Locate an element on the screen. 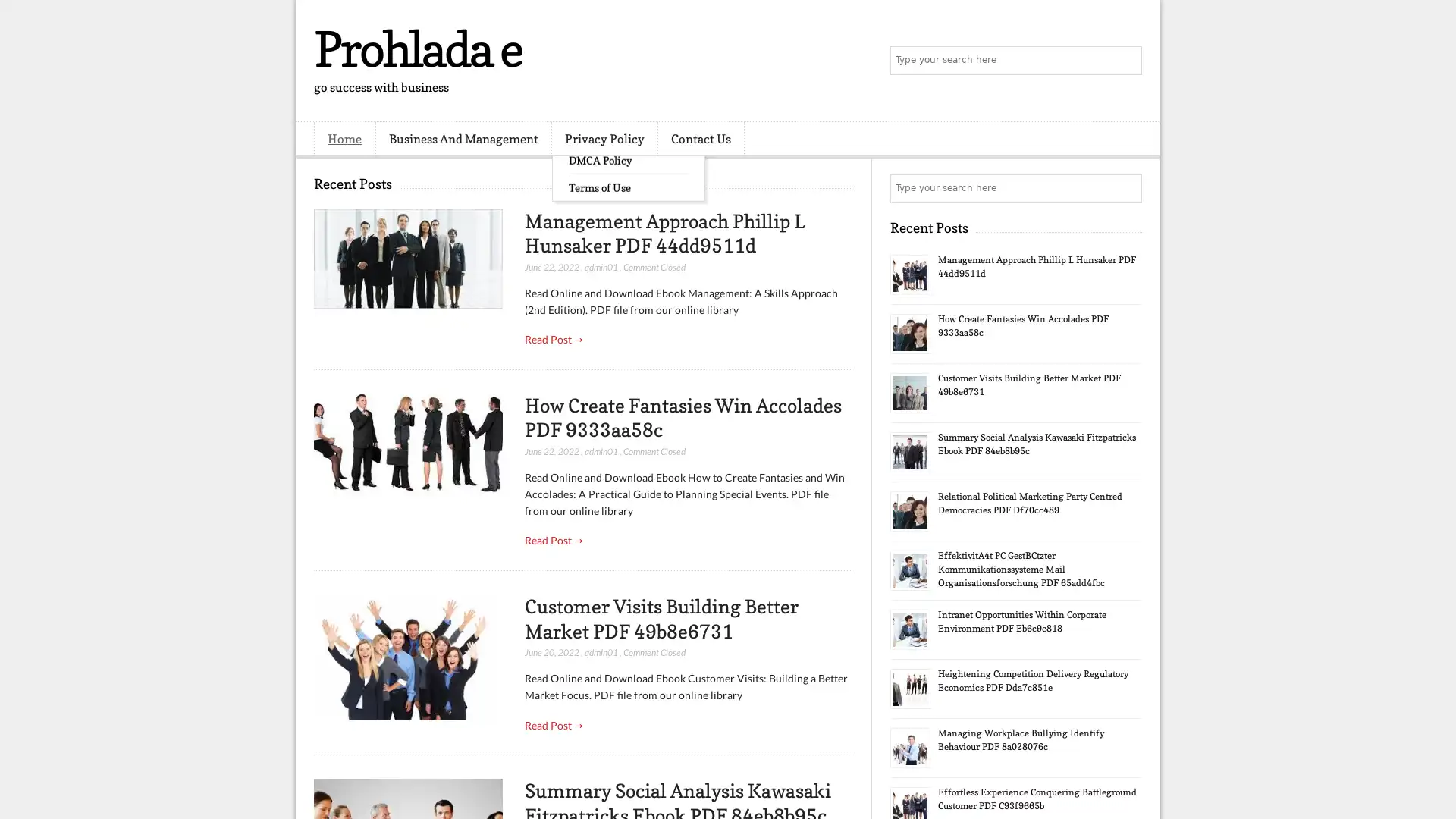 The width and height of the screenshot is (1456, 819). Search is located at coordinates (1126, 188).